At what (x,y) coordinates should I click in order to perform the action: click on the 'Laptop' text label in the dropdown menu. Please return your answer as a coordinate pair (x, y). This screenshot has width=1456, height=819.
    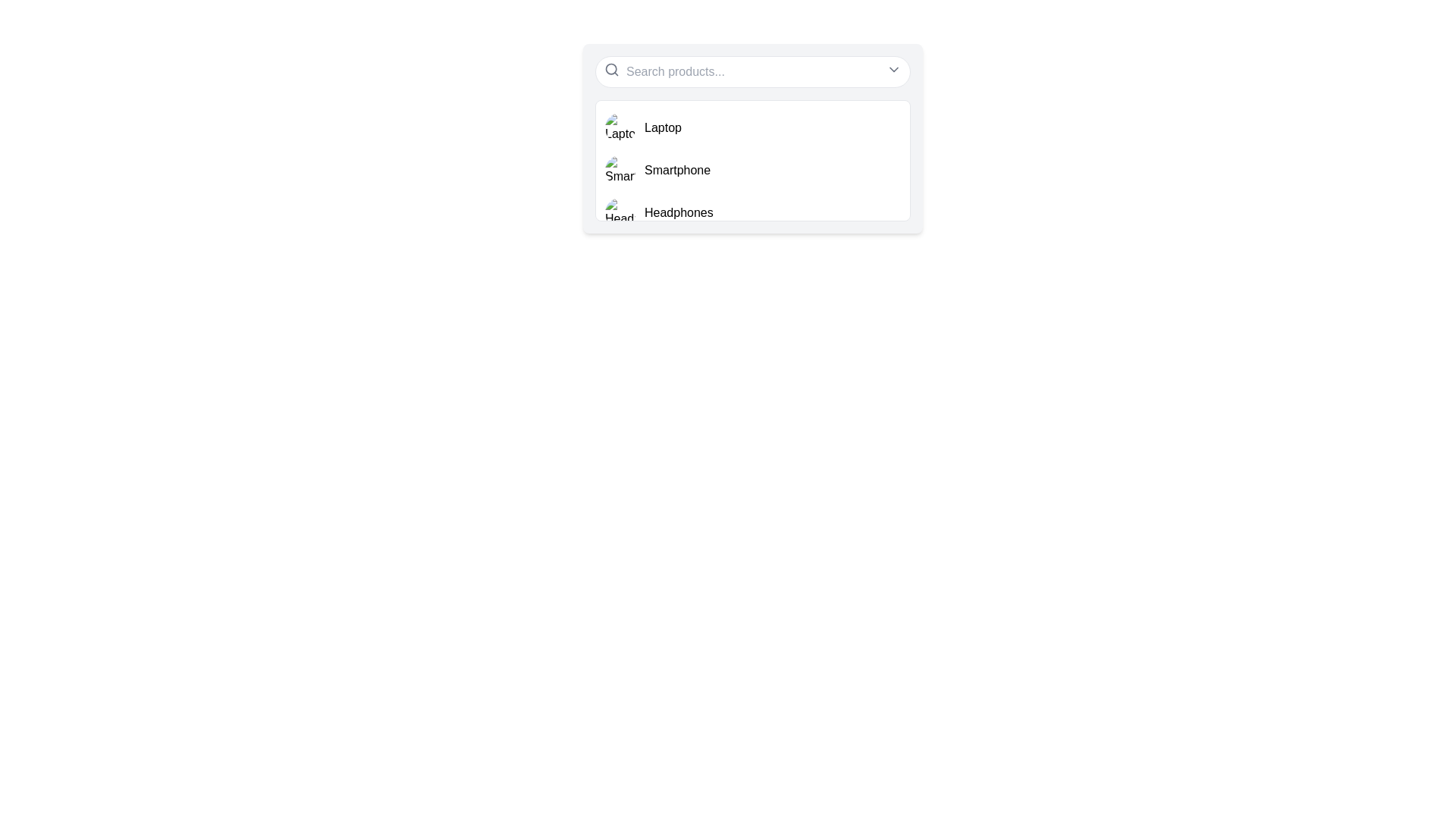
    Looking at the image, I should click on (663, 127).